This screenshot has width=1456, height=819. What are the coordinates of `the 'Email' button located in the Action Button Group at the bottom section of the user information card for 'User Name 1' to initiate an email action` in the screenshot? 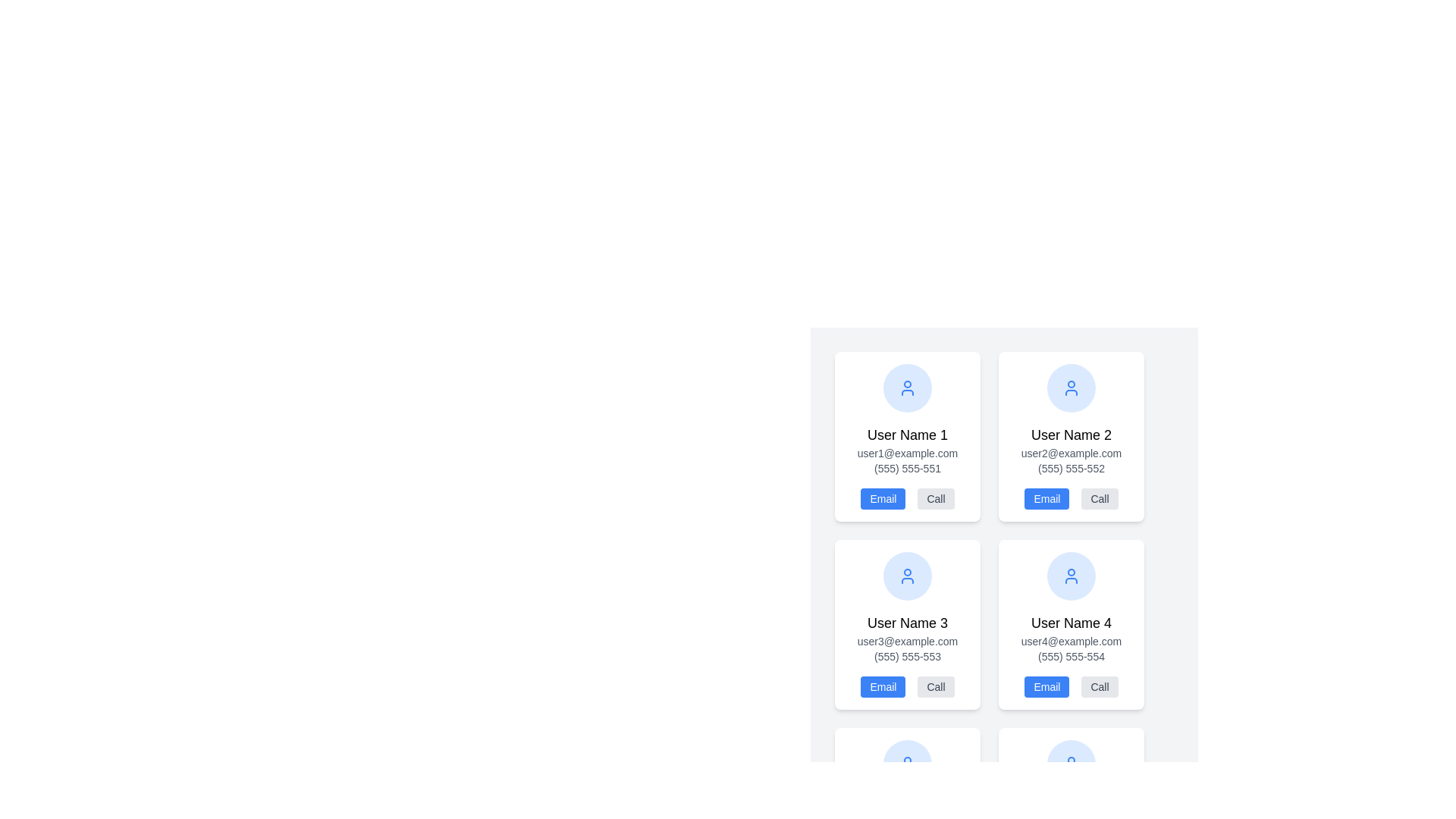 It's located at (907, 499).